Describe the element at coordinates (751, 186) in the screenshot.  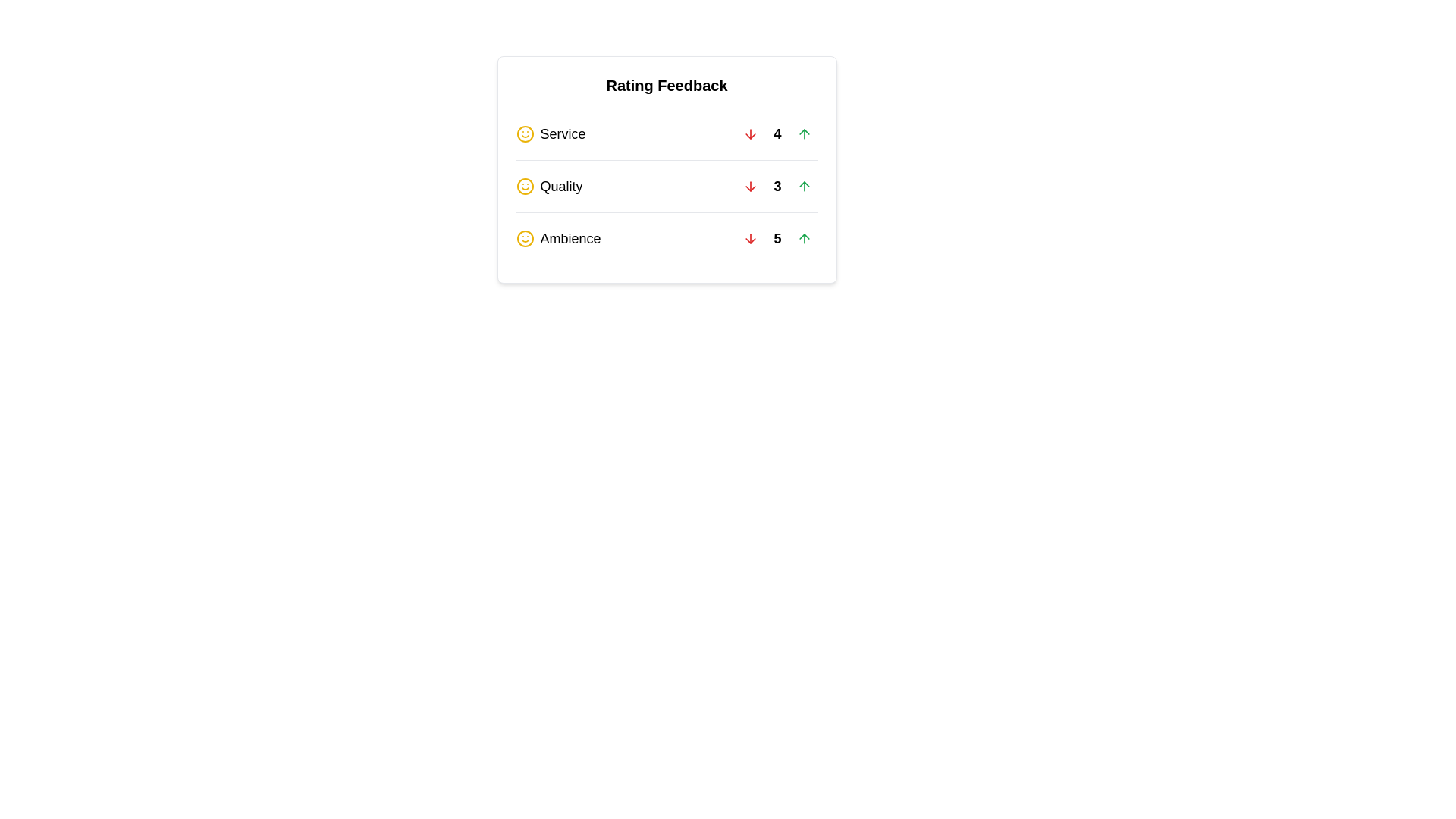
I see `the downward-pointing red arrow icon in the 'Quality' row to decrease the value` at that location.